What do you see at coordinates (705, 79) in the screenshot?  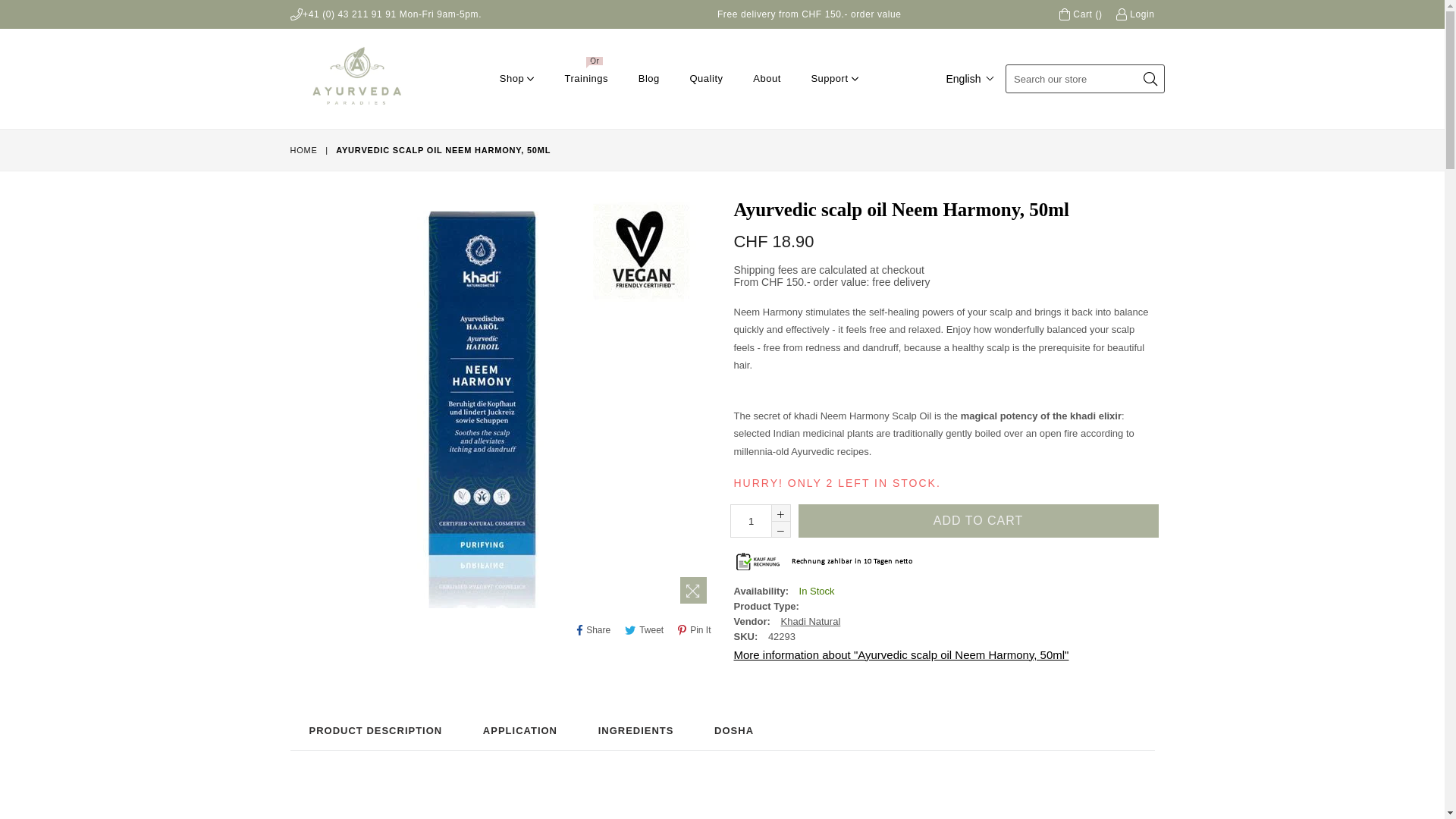 I see `'Quality'` at bounding box center [705, 79].